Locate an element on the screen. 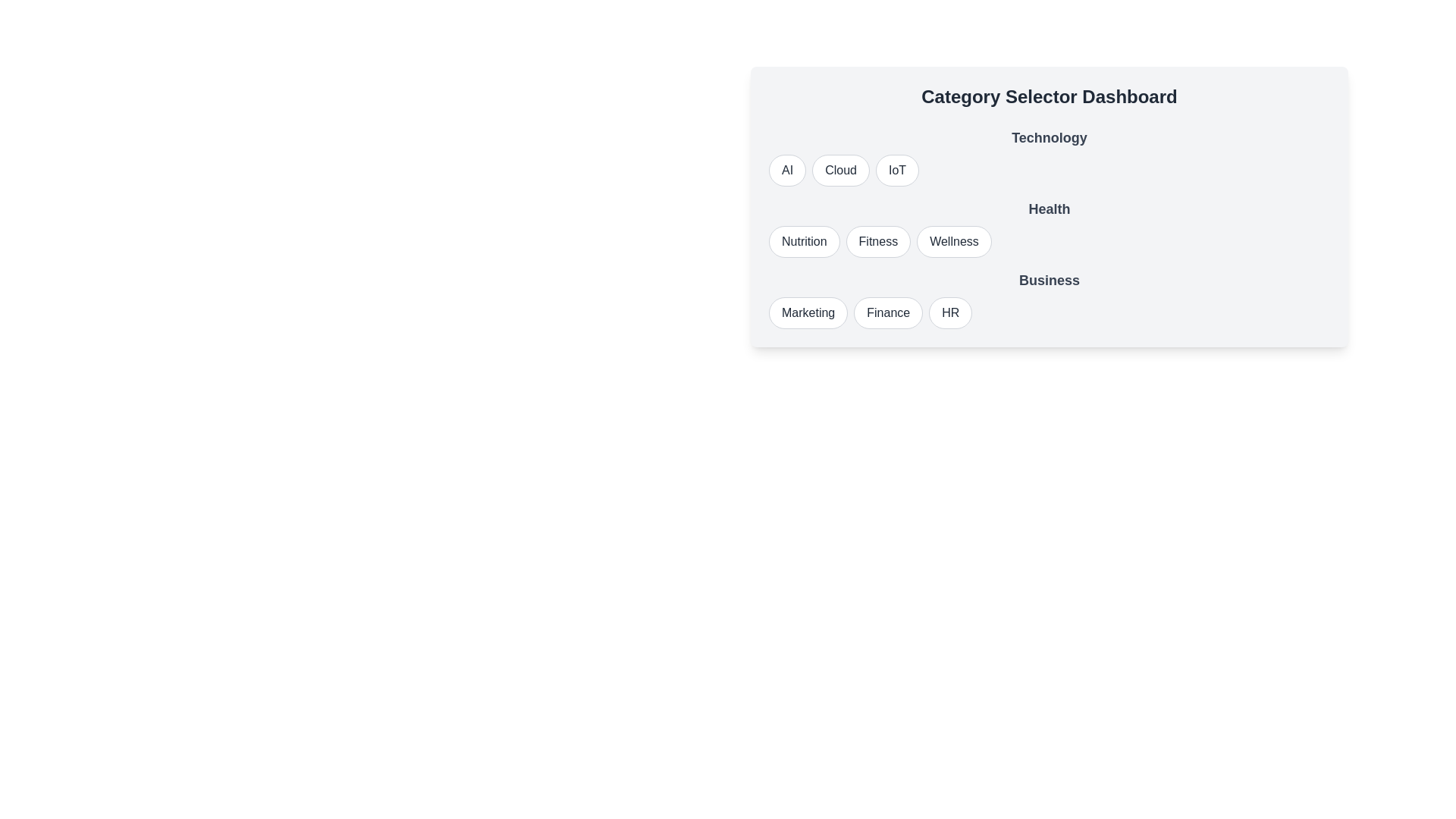 This screenshot has height=819, width=1456. the option Cloud from the category Technology is located at coordinates (839, 170).